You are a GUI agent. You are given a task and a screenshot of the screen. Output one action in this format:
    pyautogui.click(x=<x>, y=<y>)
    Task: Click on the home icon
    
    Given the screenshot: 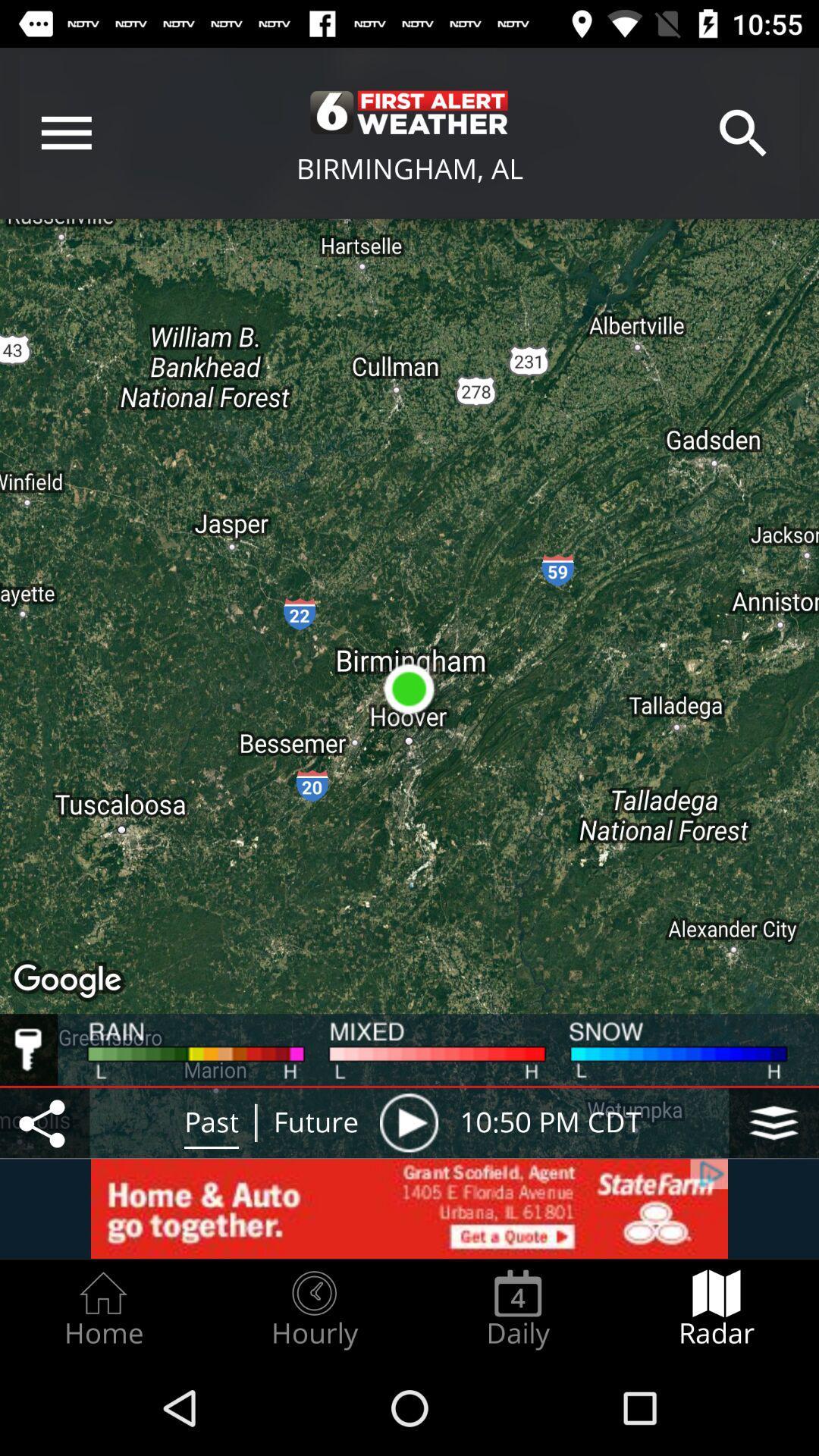 What is the action you would take?
    pyautogui.click(x=102, y=1309)
    